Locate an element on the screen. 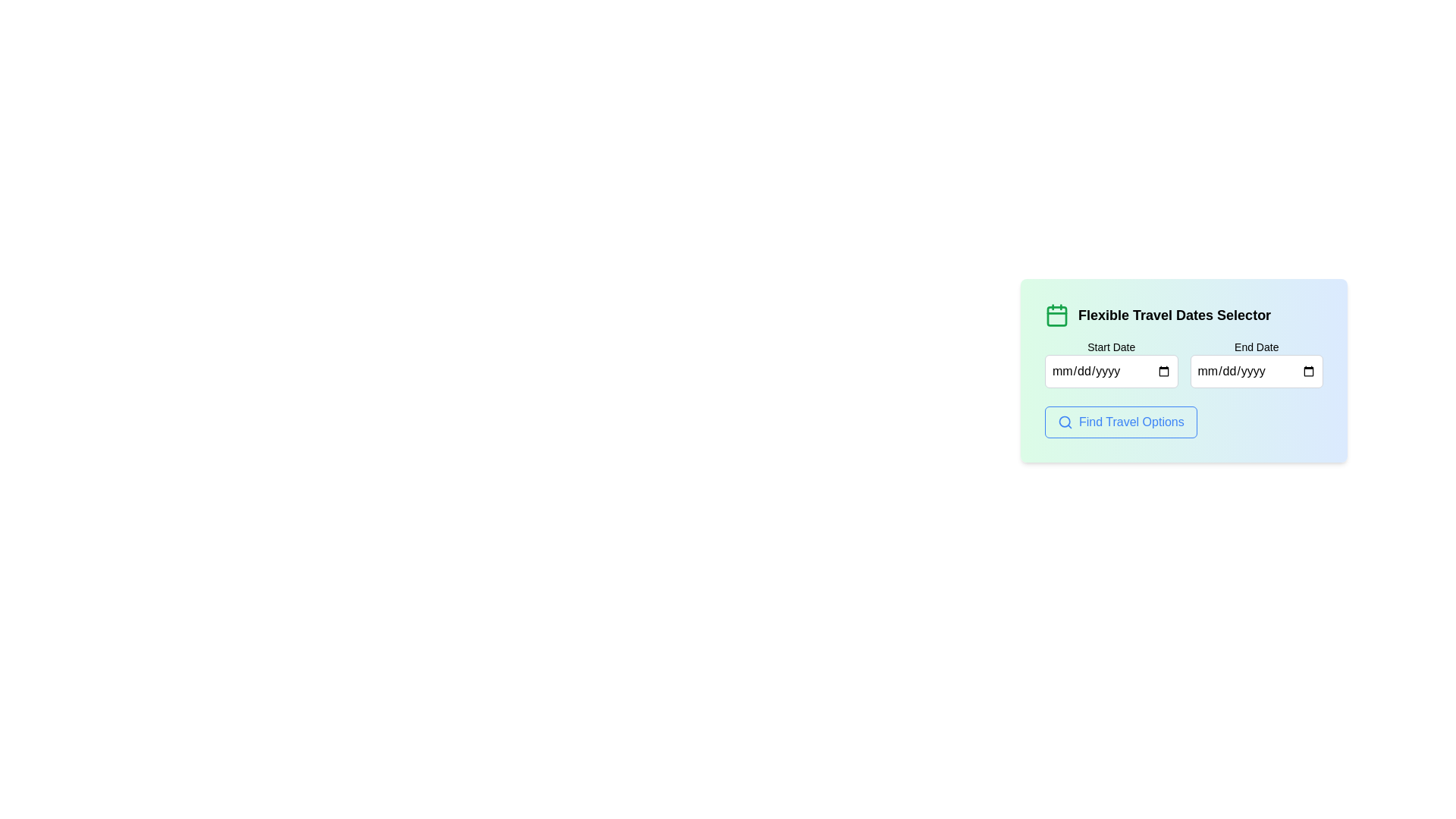  the central circular shape within the SVG graphic of the search icon, which is part of the interface containing the 'Find Travel Options' button is located at coordinates (1064, 422).